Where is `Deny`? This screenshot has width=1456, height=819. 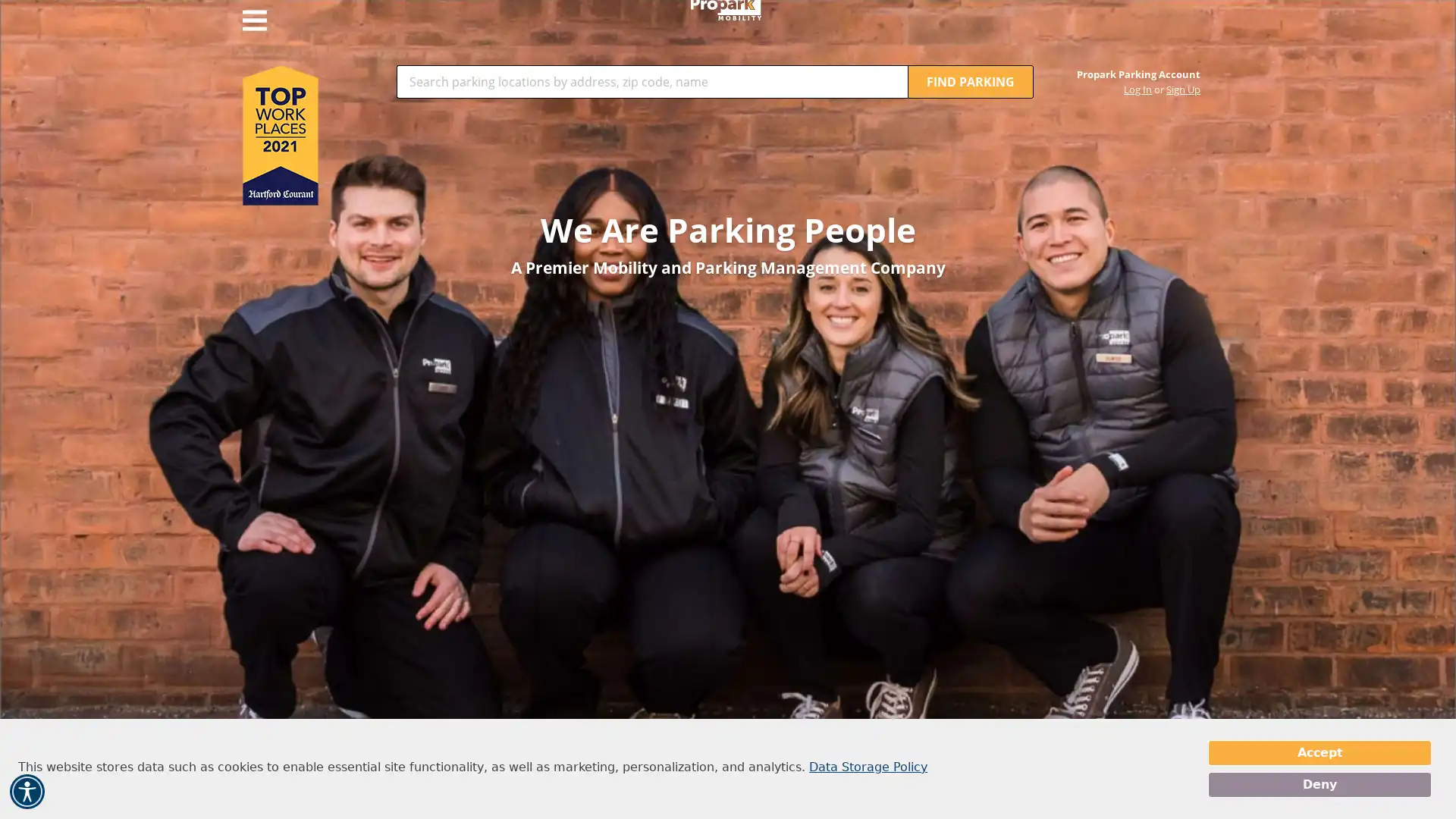 Deny is located at coordinates (1319, 784).